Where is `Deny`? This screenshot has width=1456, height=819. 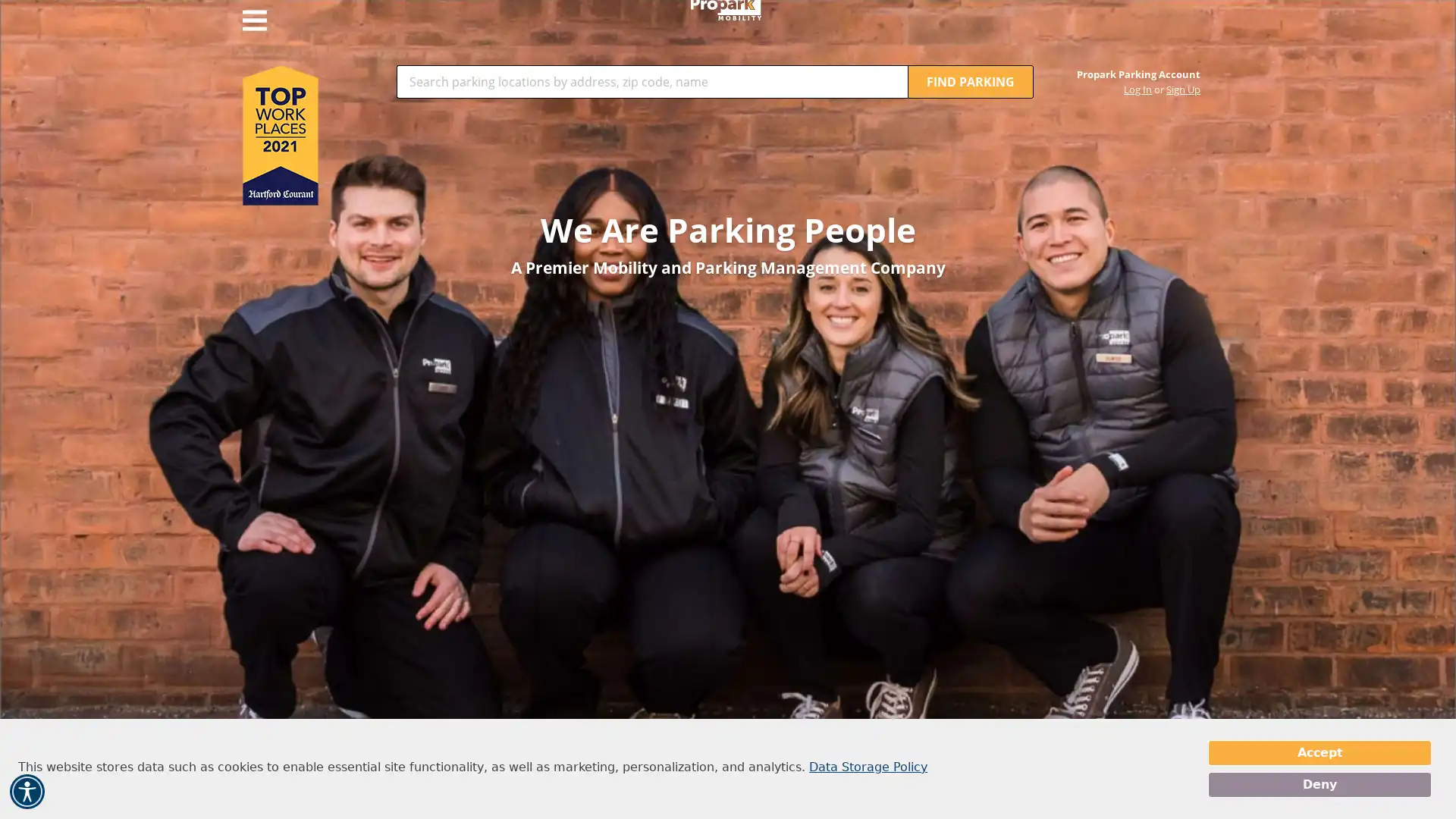 Deny is located at coordinates (1319, 784).